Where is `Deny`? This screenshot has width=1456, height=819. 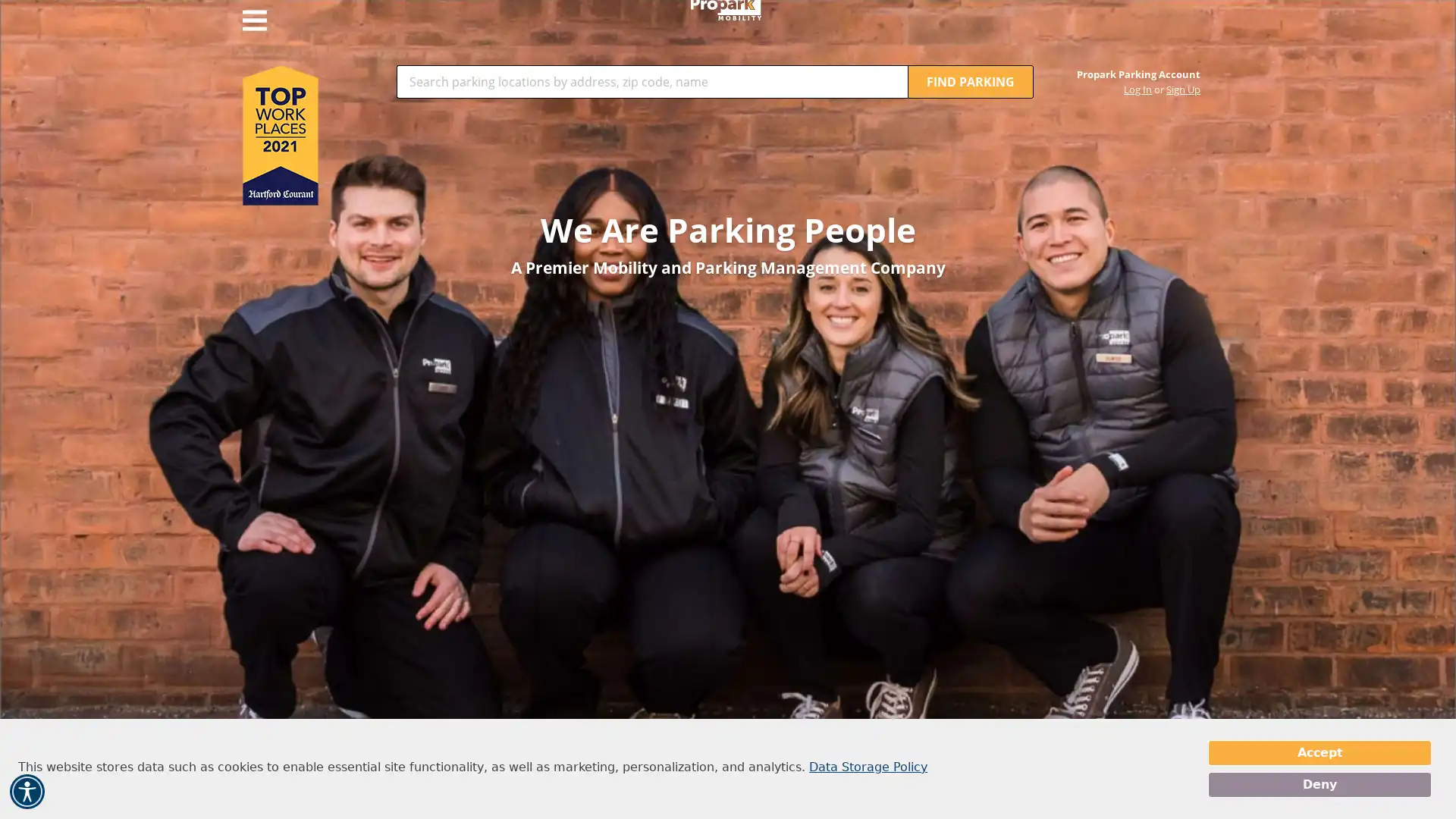 Deny is located at coordinates (1319, 784).